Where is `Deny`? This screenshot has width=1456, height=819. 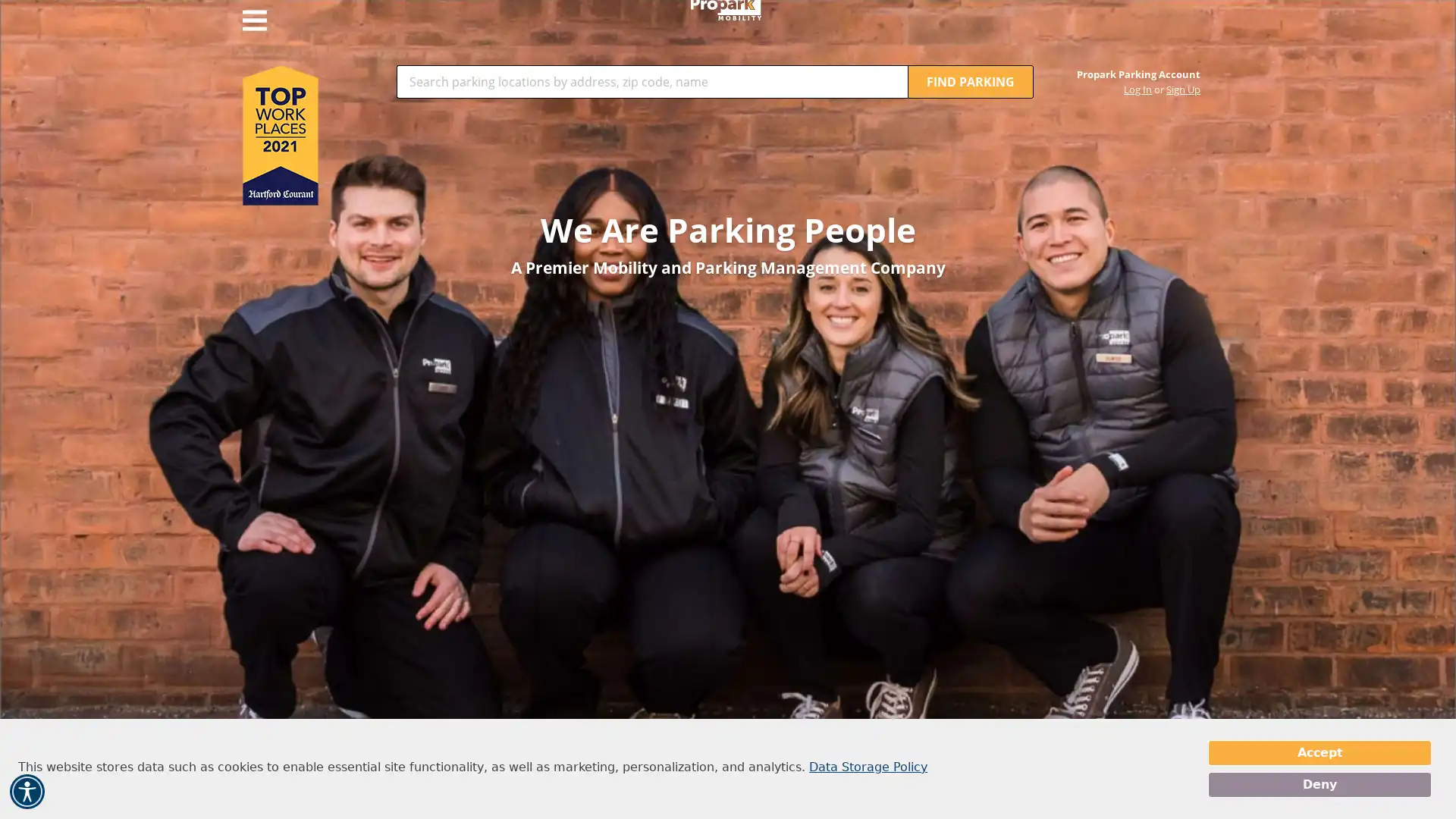 Deny is located at coordinates (1319, 784).